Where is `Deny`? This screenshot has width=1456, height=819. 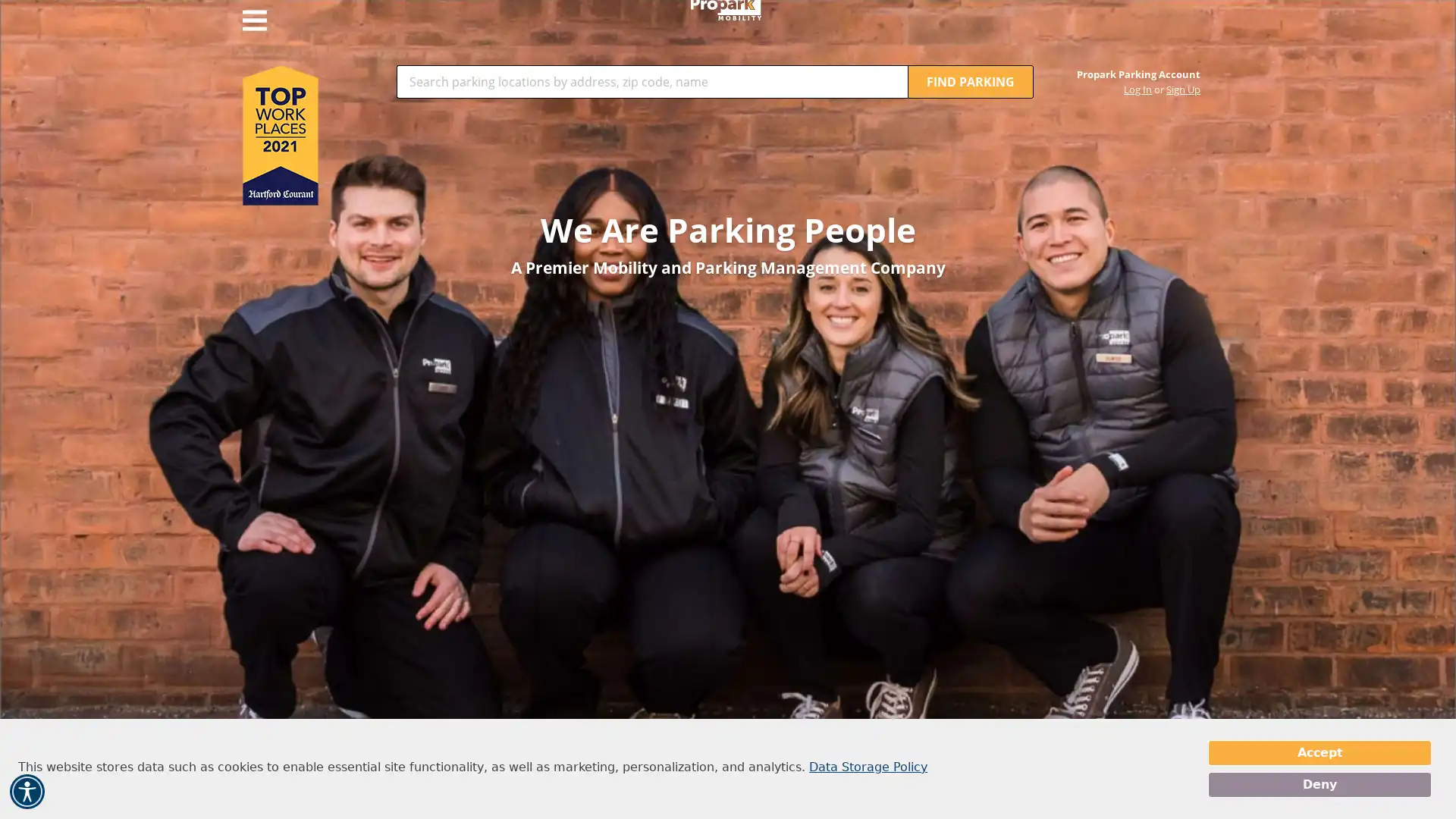 Deny is located at coordinates (1319, 784).